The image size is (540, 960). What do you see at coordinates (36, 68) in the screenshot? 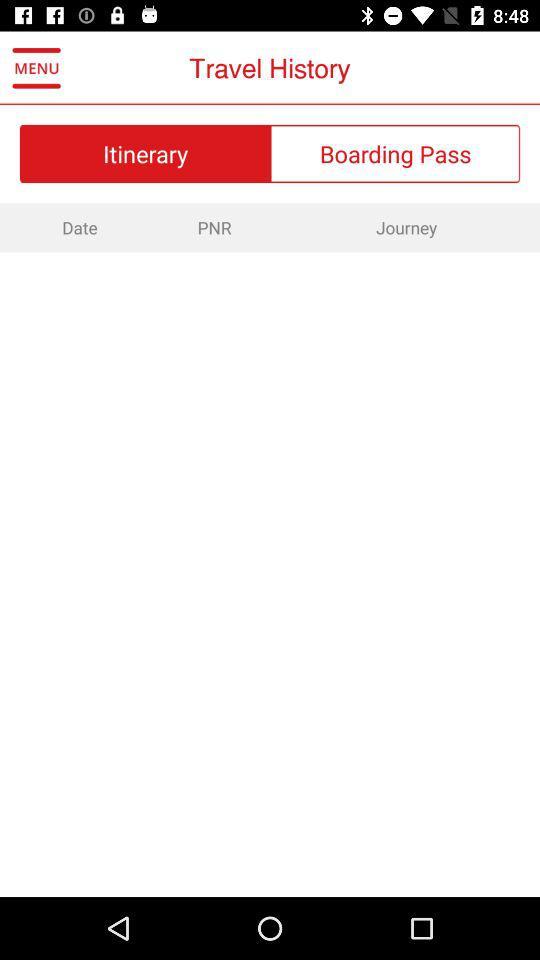
I see `icon to the left of travel history icon` at bounding box center [36, 68].